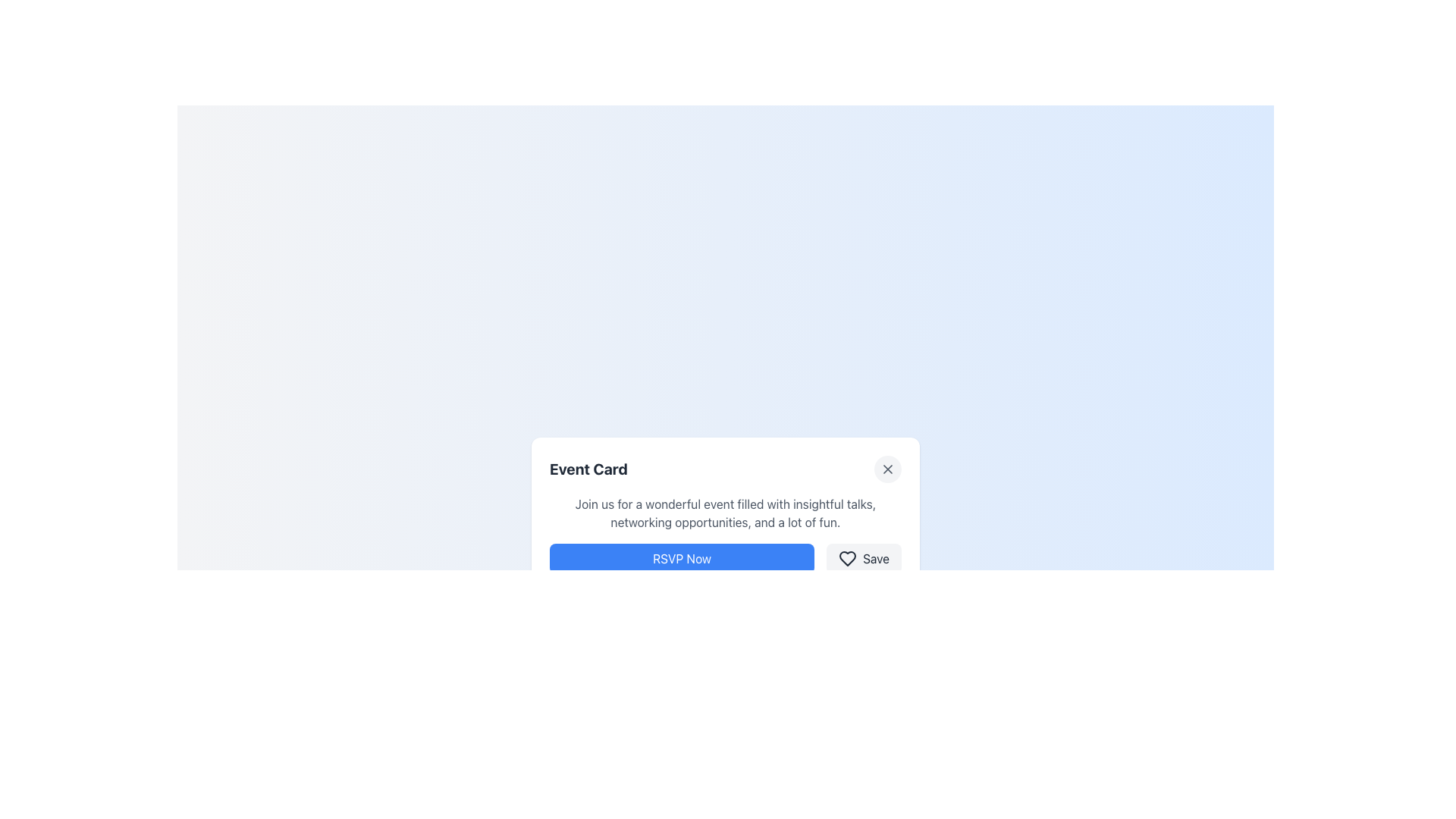 This screenshot has height=819, width=1456. Describe the element at coordinates (888, 468) in the screenshot. I see `the close button located in the top-right corner of the 'Event Card', which is contained within a circular, light-gray background` at that location.